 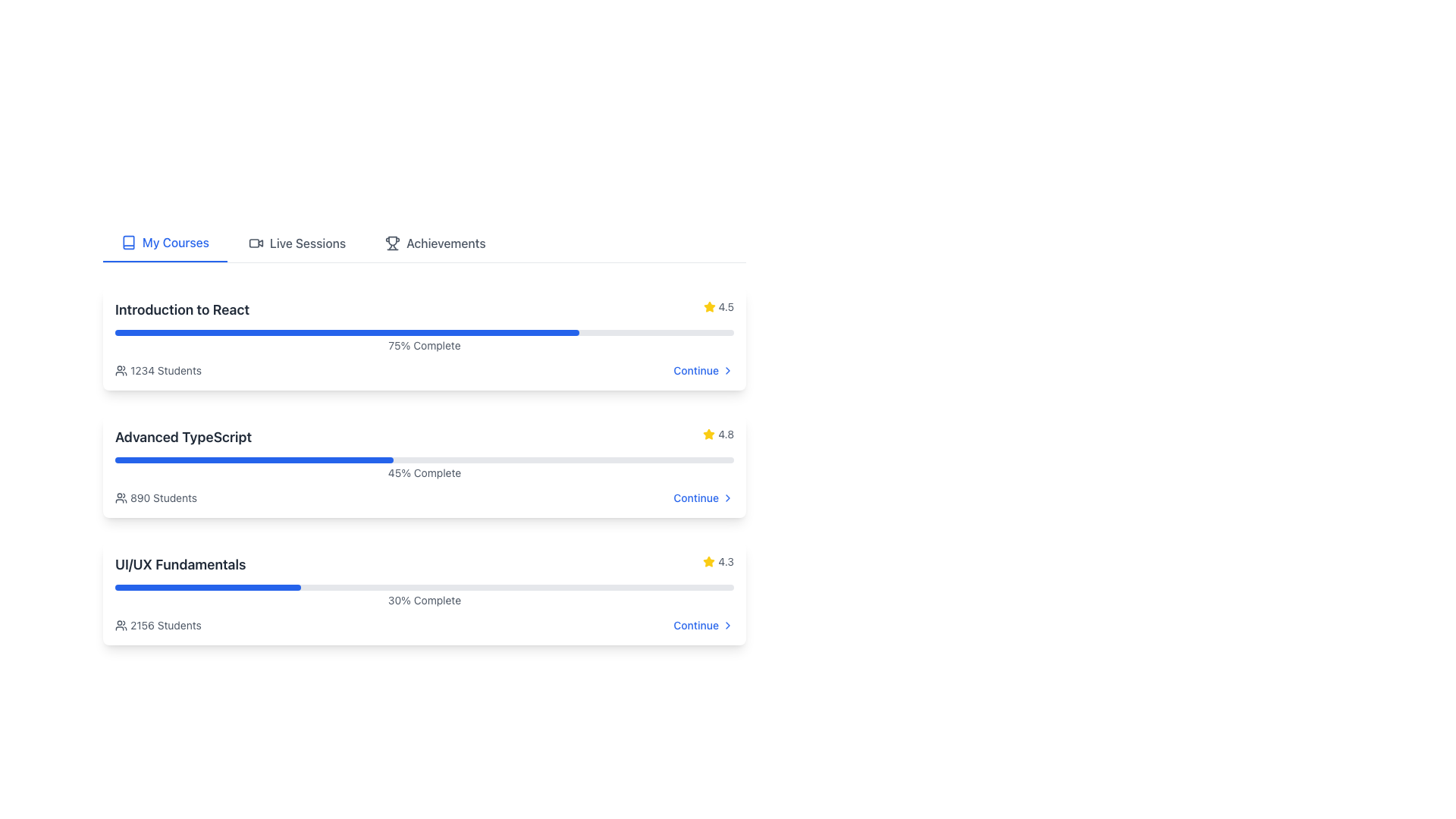 I want to click on the right-pointing chevron icon located immediately to the right of the 'Continue' text in the 'UI/UX Fundamentals' section, so click(x=728, y=626).